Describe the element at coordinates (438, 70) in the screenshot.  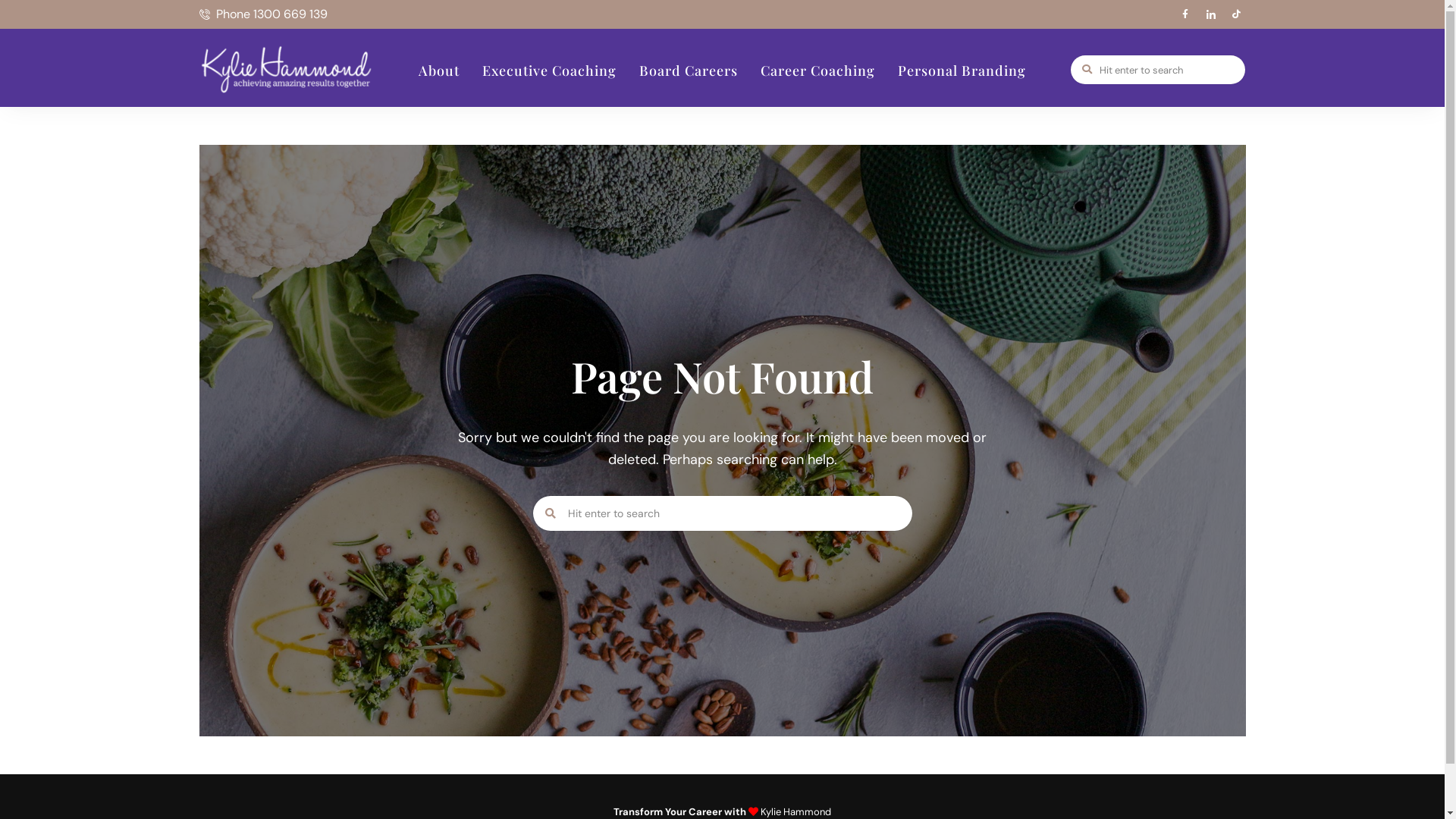
I see `'About'` at that location.